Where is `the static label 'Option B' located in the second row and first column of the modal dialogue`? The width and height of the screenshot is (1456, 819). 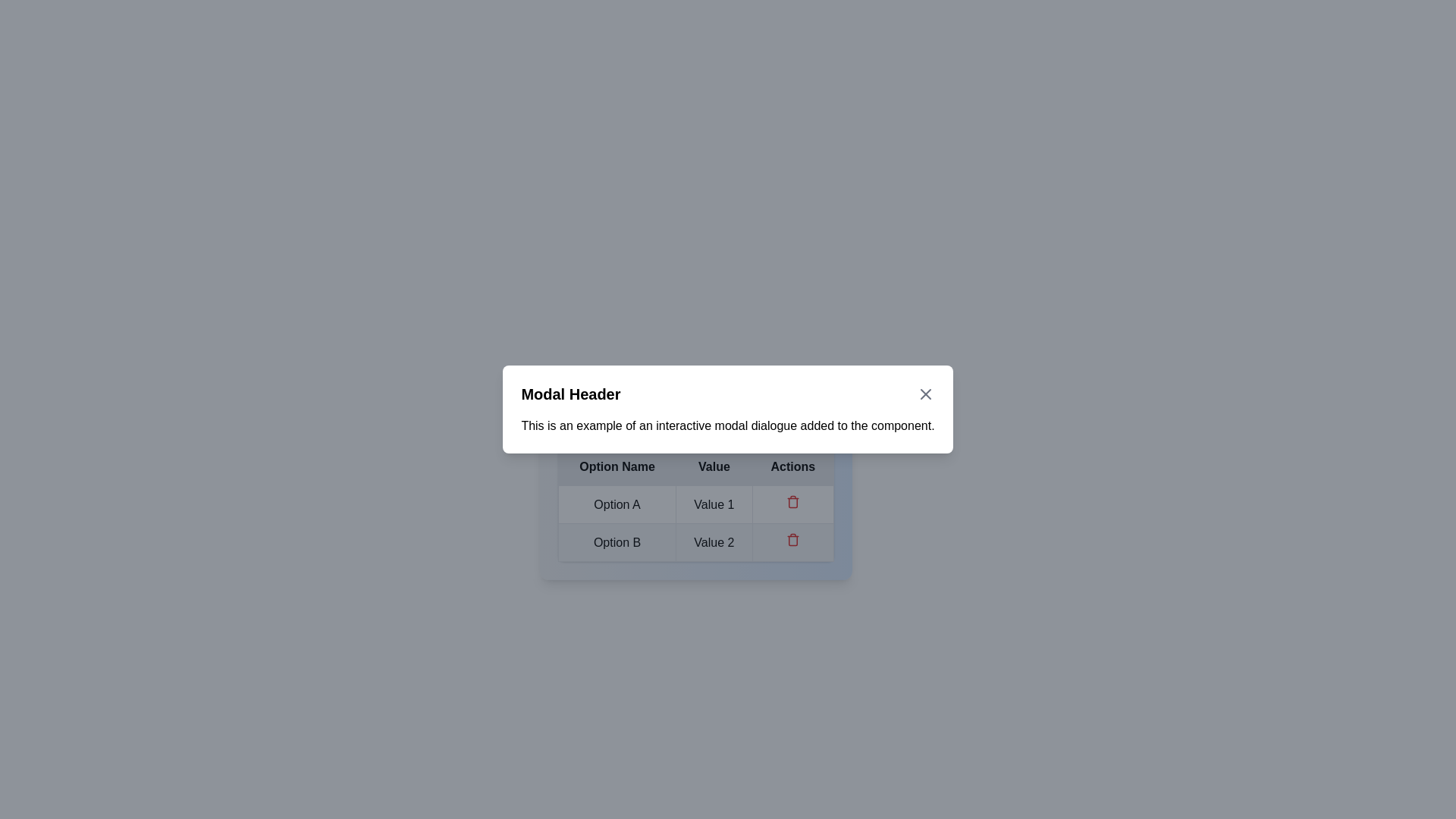 the static label 'Option B' located in the second row and first column of the modal dialogue is located at coordinates (617, 541).